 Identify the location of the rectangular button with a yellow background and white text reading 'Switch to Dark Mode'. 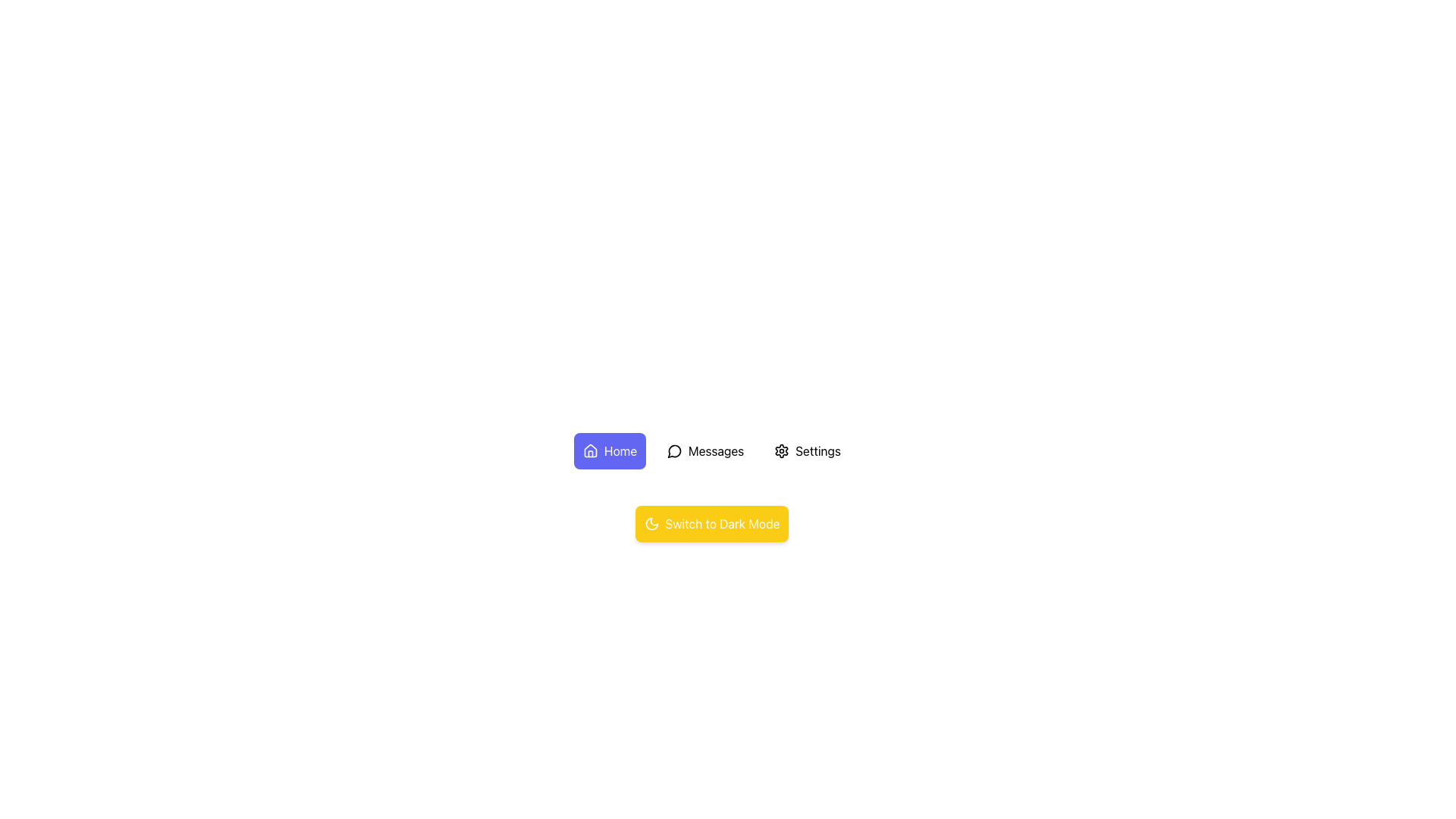
(711, 522).